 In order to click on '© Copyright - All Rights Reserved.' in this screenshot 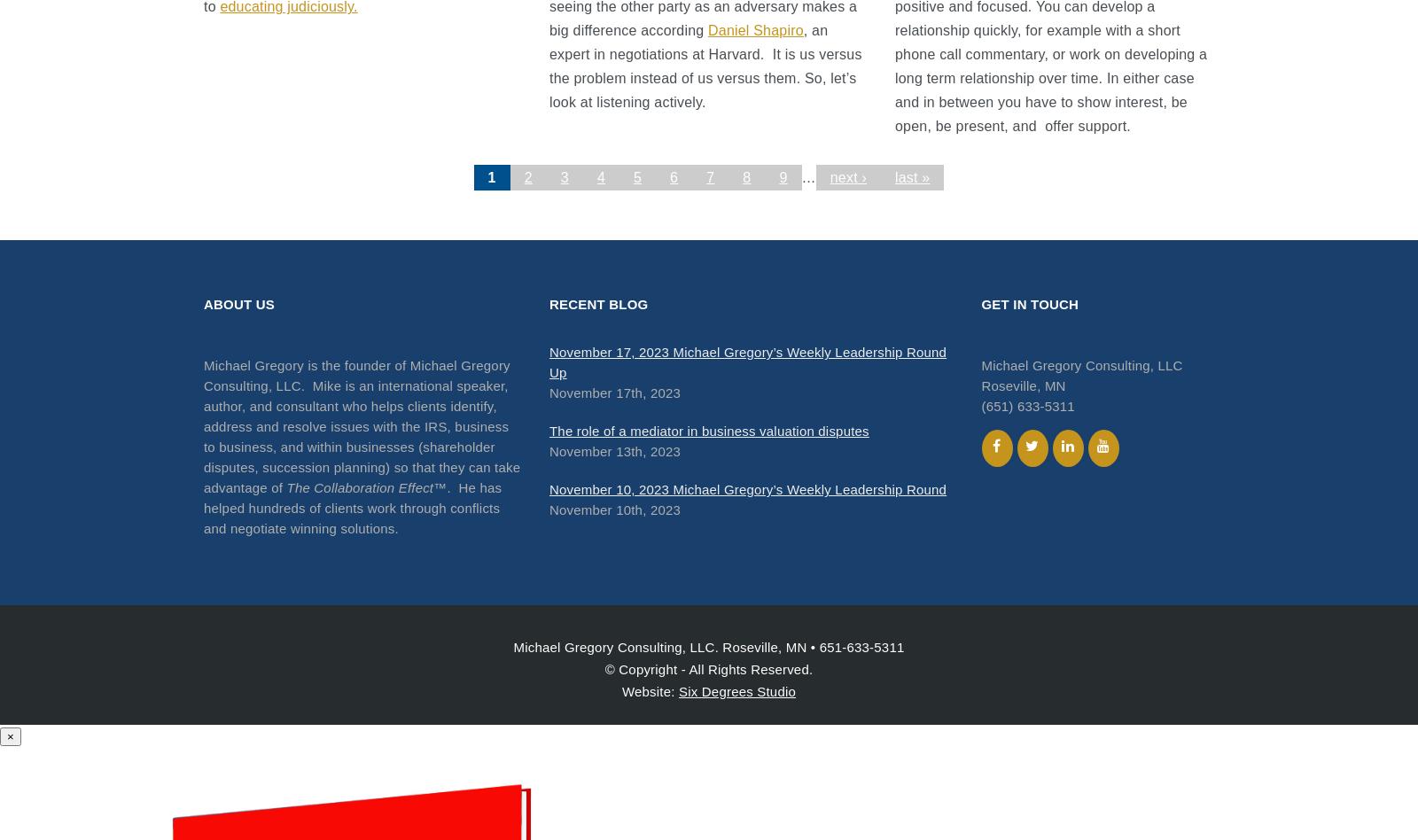, I will do `click(604, 669)`.